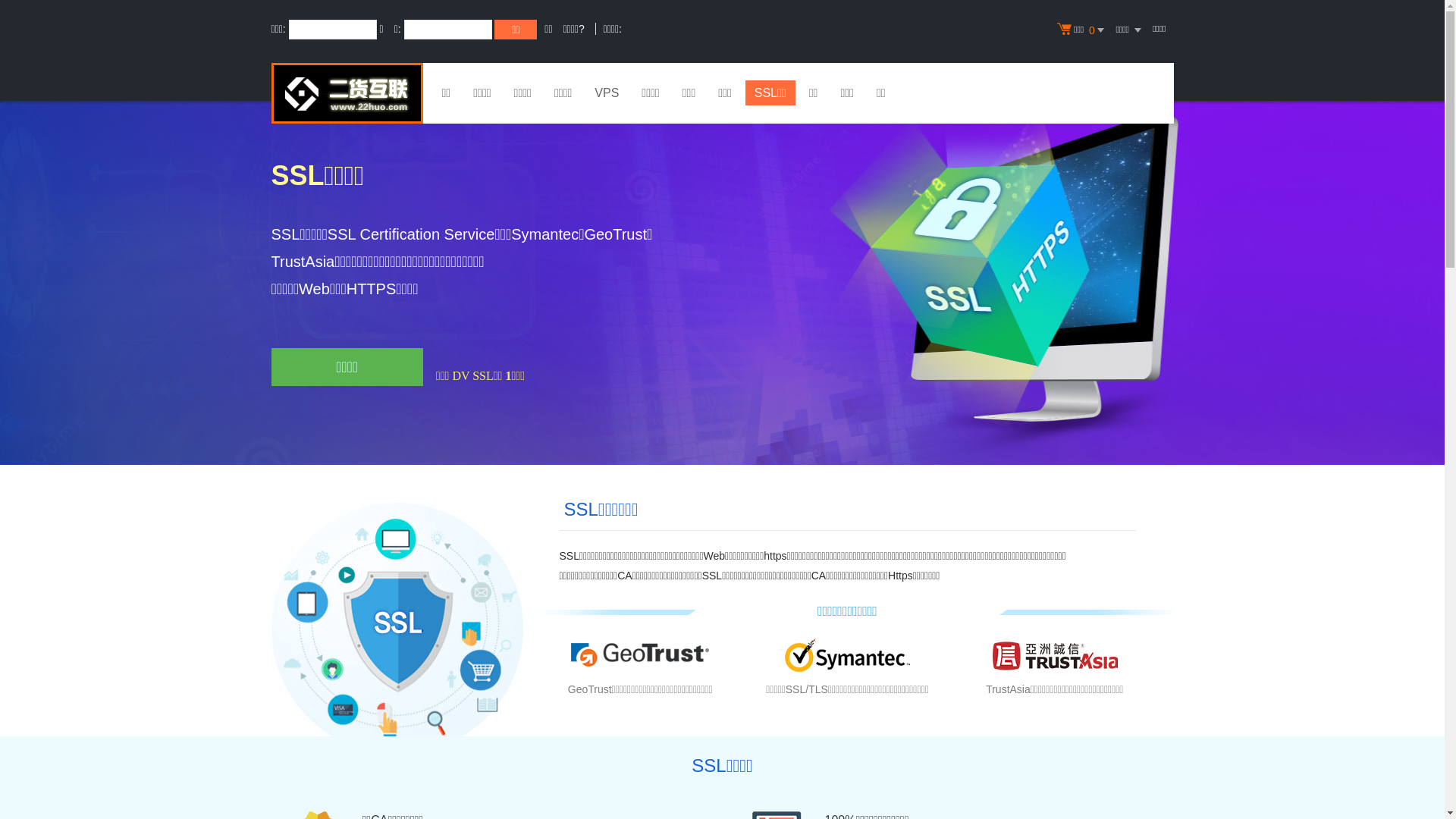  What do you see at coordinates (607, 94) in the screenshot?
I see `'VPS'` at bounding box center [607, 94].